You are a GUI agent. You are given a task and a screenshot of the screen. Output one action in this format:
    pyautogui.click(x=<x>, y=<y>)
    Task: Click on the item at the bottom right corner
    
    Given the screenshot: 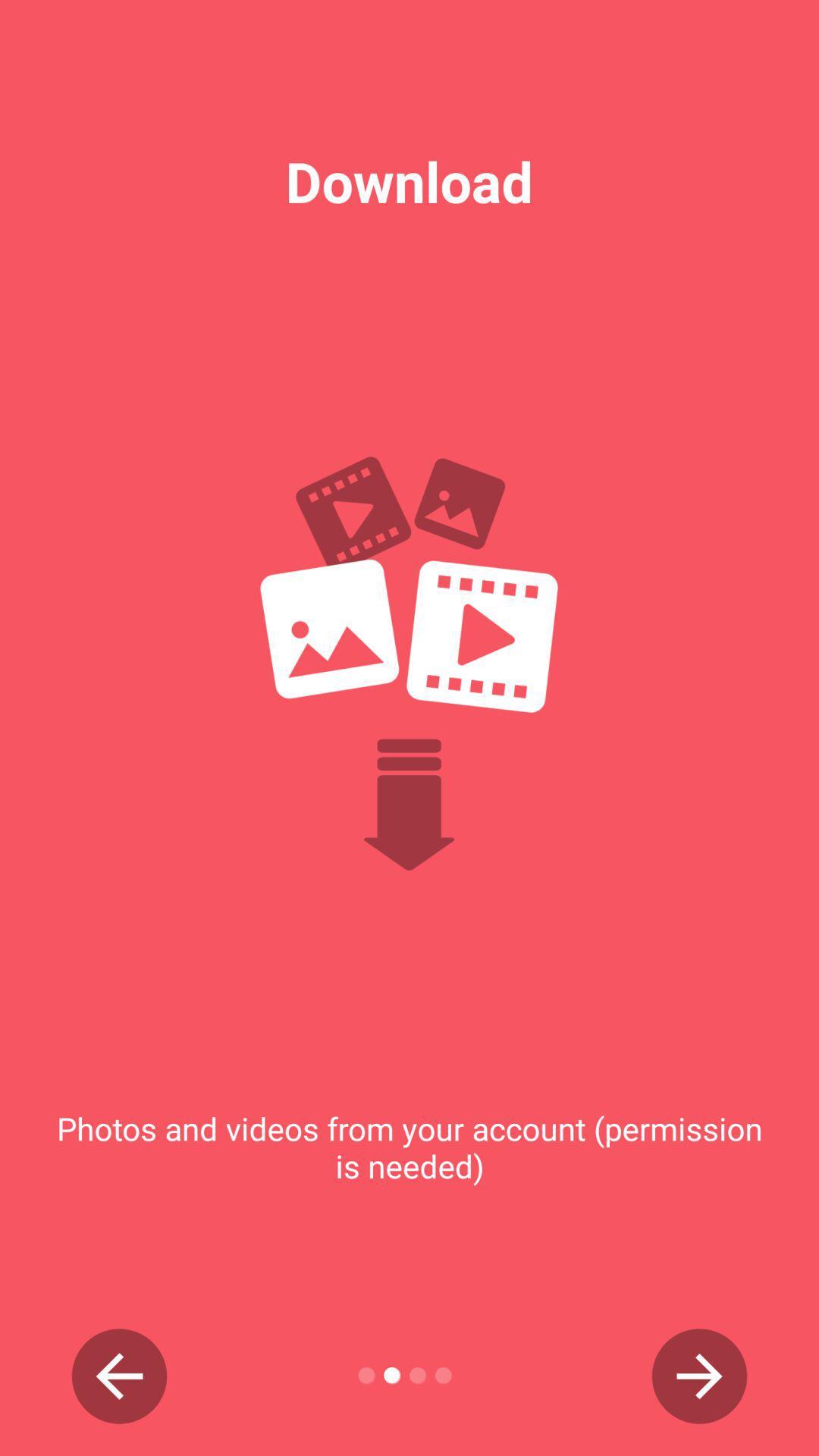 What is the action you would take?
    pyautogui.click(x=699, y=1376)
    